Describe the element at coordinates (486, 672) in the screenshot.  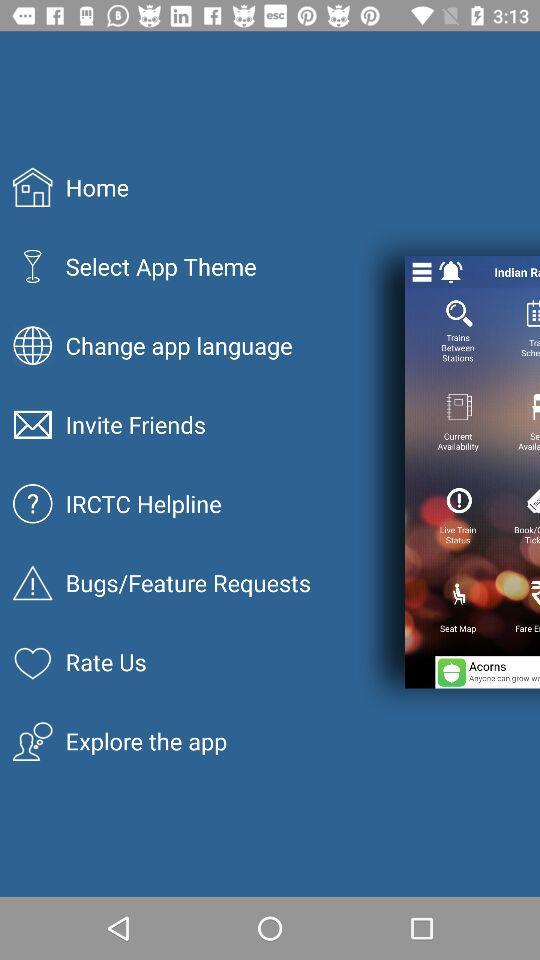
I see `icon next to rate us item` at that location.